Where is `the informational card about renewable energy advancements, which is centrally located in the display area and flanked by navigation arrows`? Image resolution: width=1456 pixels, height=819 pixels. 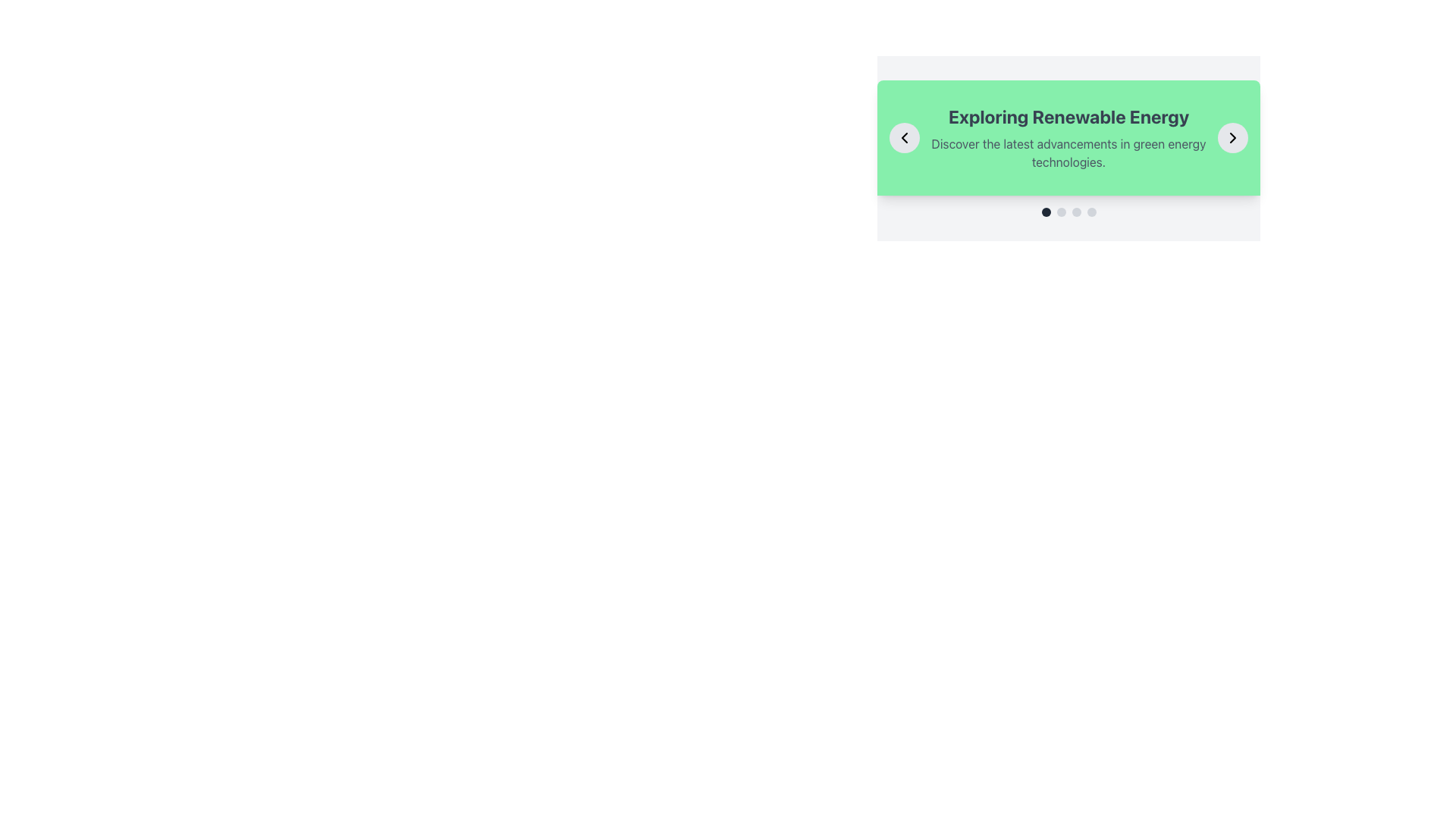
the informational card about renewable energy advancements, which is centrally located in the display area and flanked by navigation arrows is located at coordinates (1068, 137).